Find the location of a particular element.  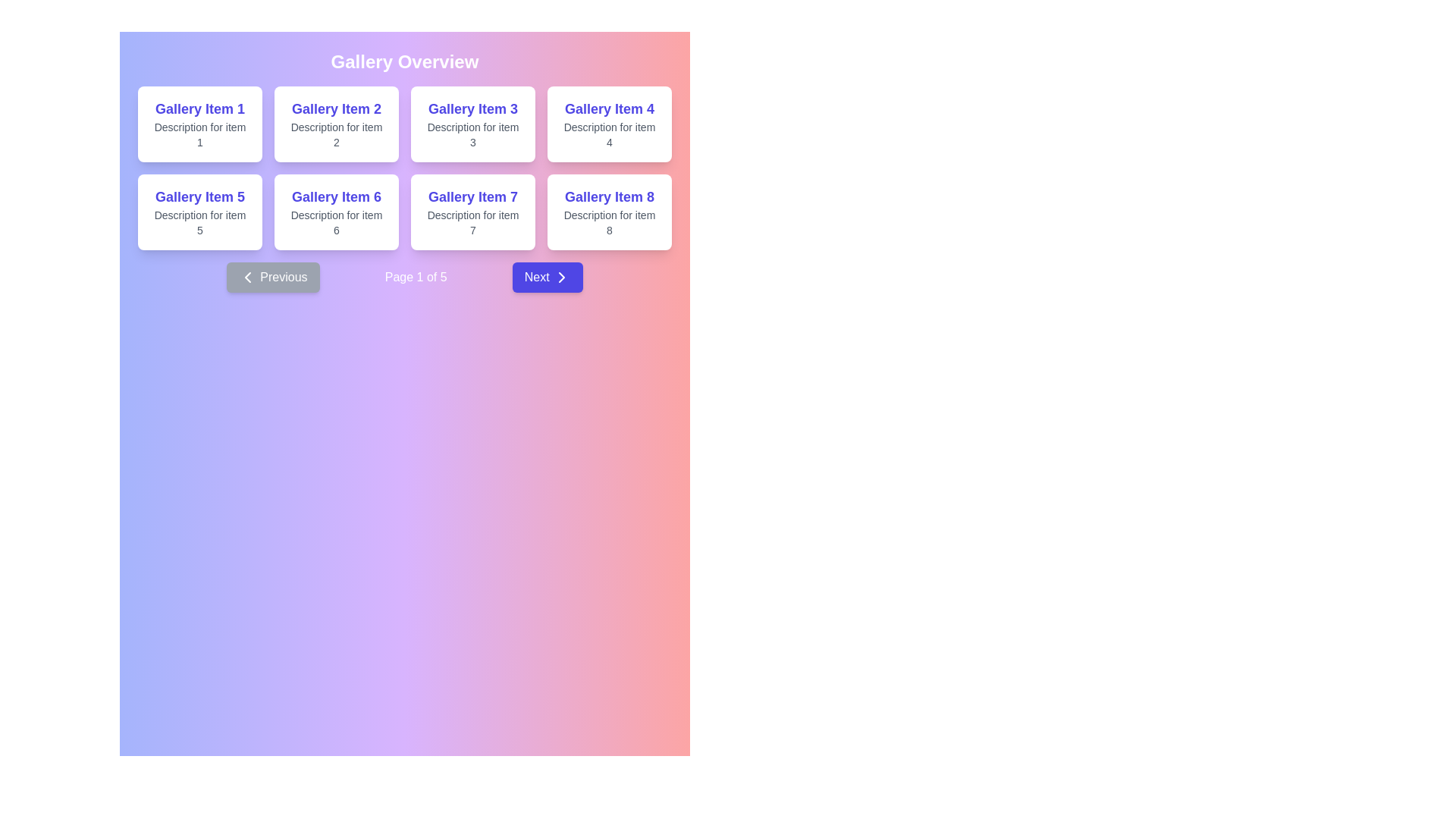

the visual presentation card located in the second row, first column of the gallery grid, which provides a title and description for an item is located at coordinates (199, 212).